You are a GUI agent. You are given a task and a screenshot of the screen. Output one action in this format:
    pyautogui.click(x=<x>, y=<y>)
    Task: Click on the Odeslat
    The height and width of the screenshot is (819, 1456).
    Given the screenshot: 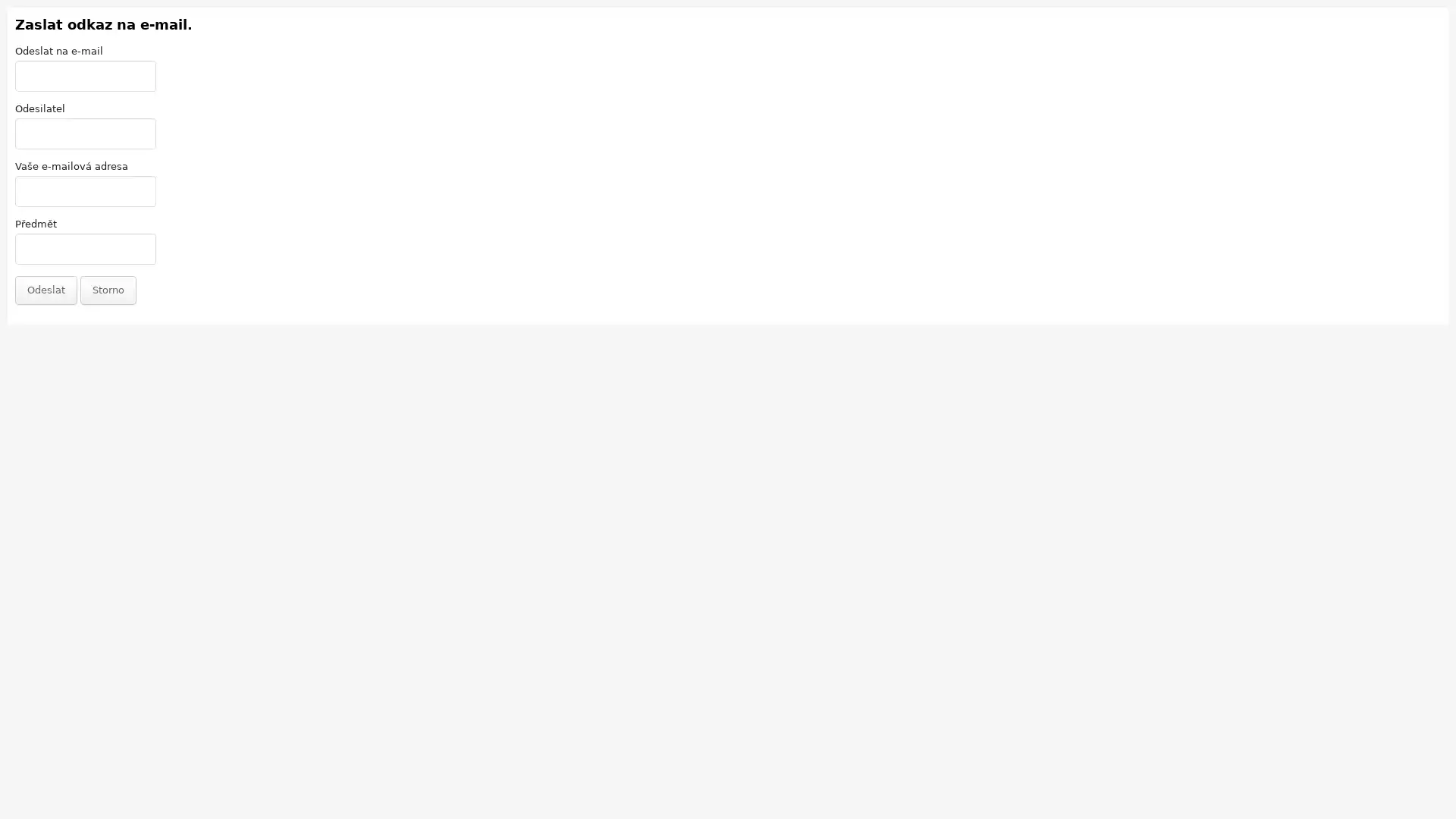 What is the action you would take?
    pyautogui.click(x=46, y=290)
    